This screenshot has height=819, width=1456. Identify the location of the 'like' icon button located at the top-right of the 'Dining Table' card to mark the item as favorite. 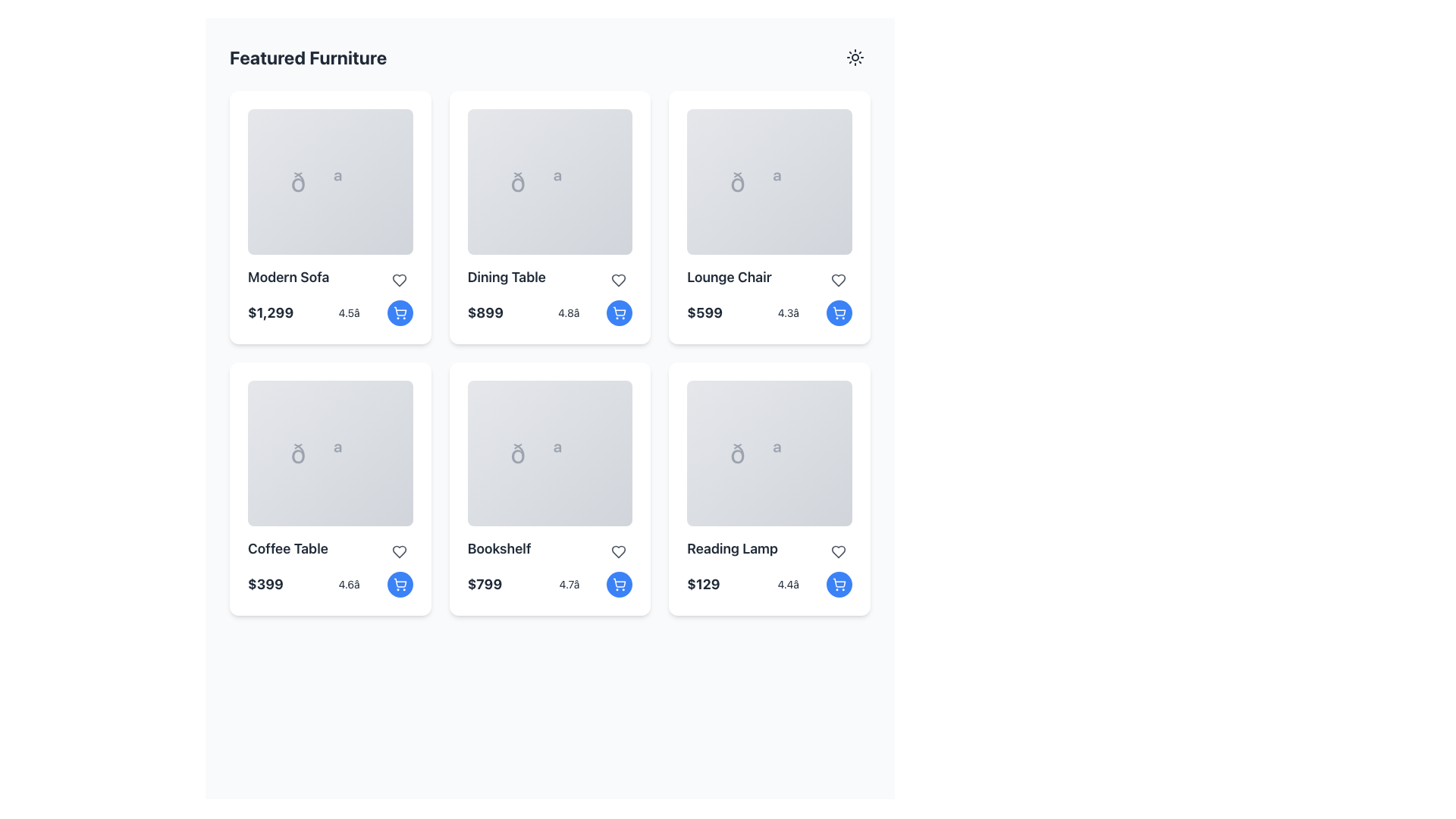
(619, 281).